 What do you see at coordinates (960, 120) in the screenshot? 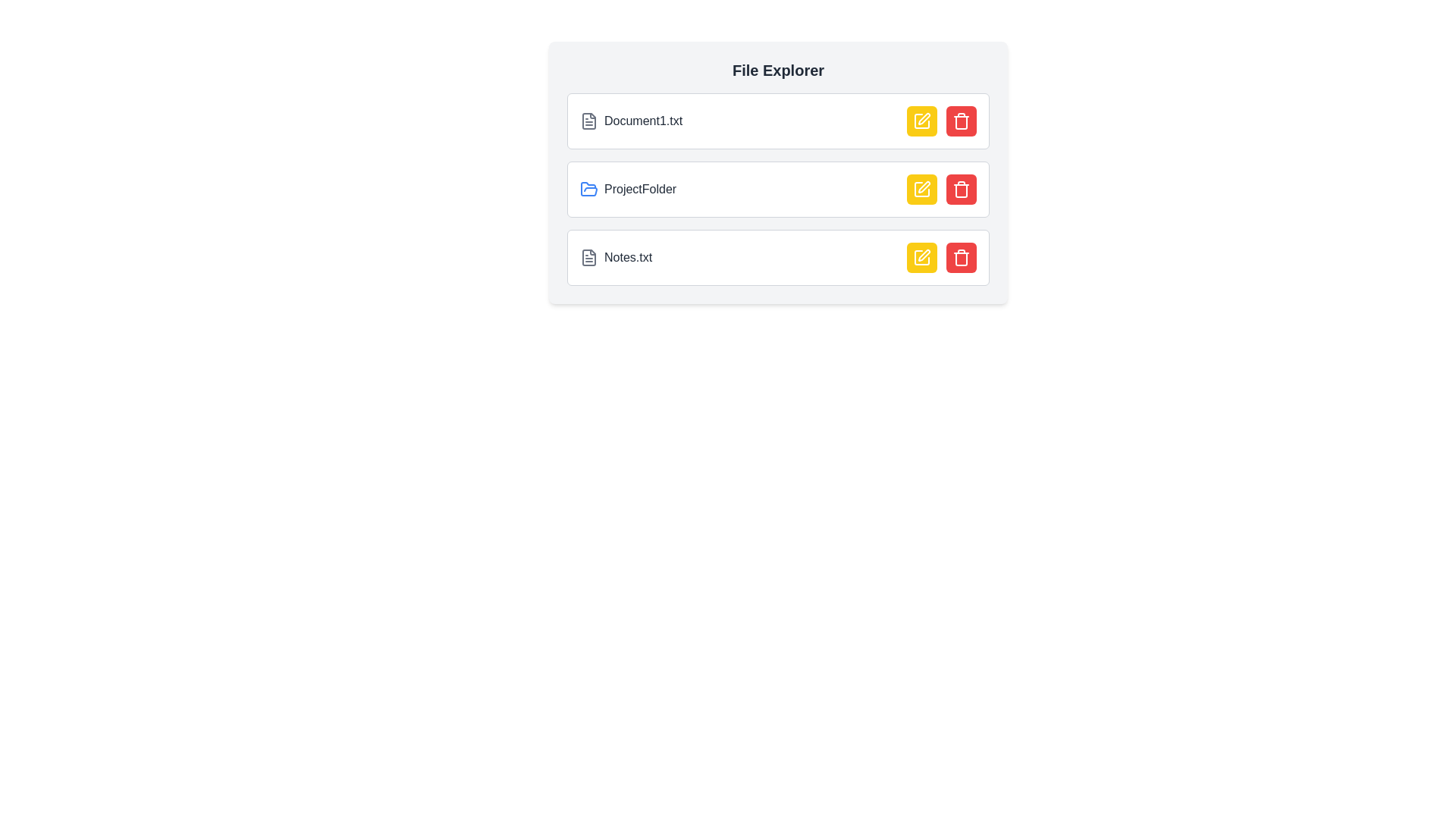
I see `the red trash can icon located on the right side of the button group labeled 'Document1.txt'` at bounding box center [960, 120].